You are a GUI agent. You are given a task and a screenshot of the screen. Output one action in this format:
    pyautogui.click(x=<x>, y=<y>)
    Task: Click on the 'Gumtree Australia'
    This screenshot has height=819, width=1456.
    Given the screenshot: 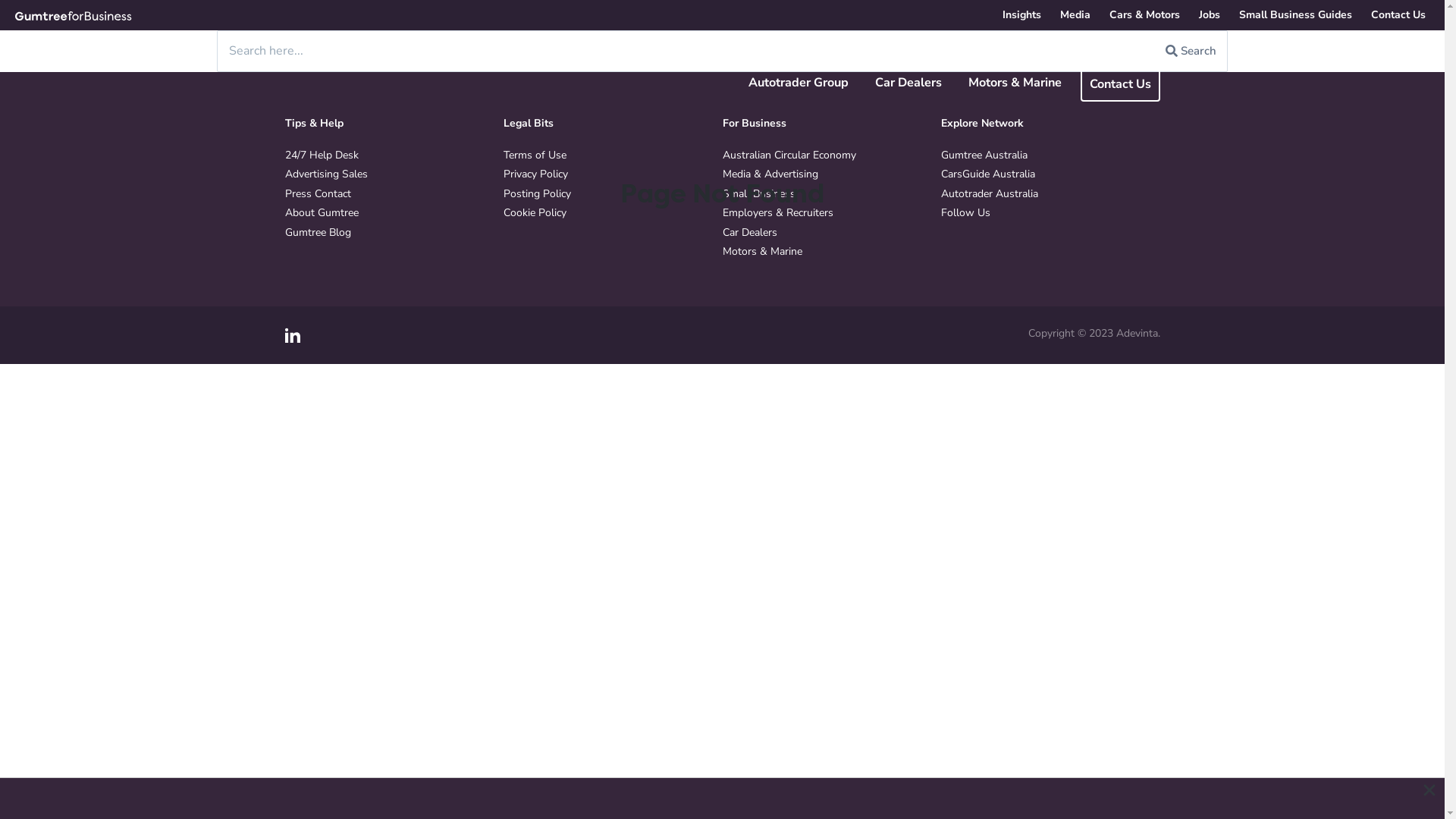 What is the action you would take?
    pyautogui.click(x=984, y=155)
    